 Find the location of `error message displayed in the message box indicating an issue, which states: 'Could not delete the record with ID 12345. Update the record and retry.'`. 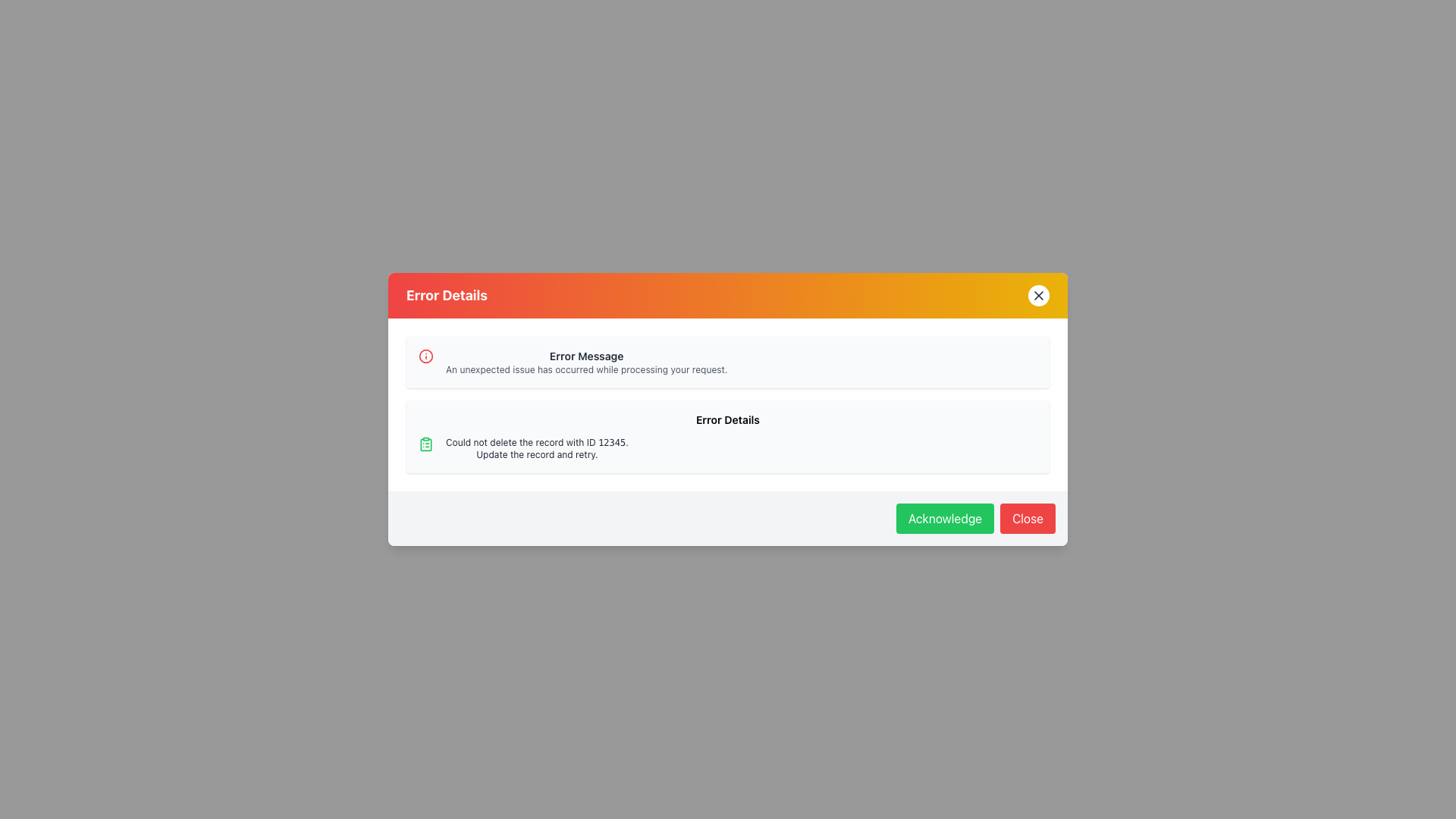

error message displayed in the message box indicating an issue, which states: 'Could not delete the record with ID 12345. Update the record and retry.' is located at coordinates (728, 447).